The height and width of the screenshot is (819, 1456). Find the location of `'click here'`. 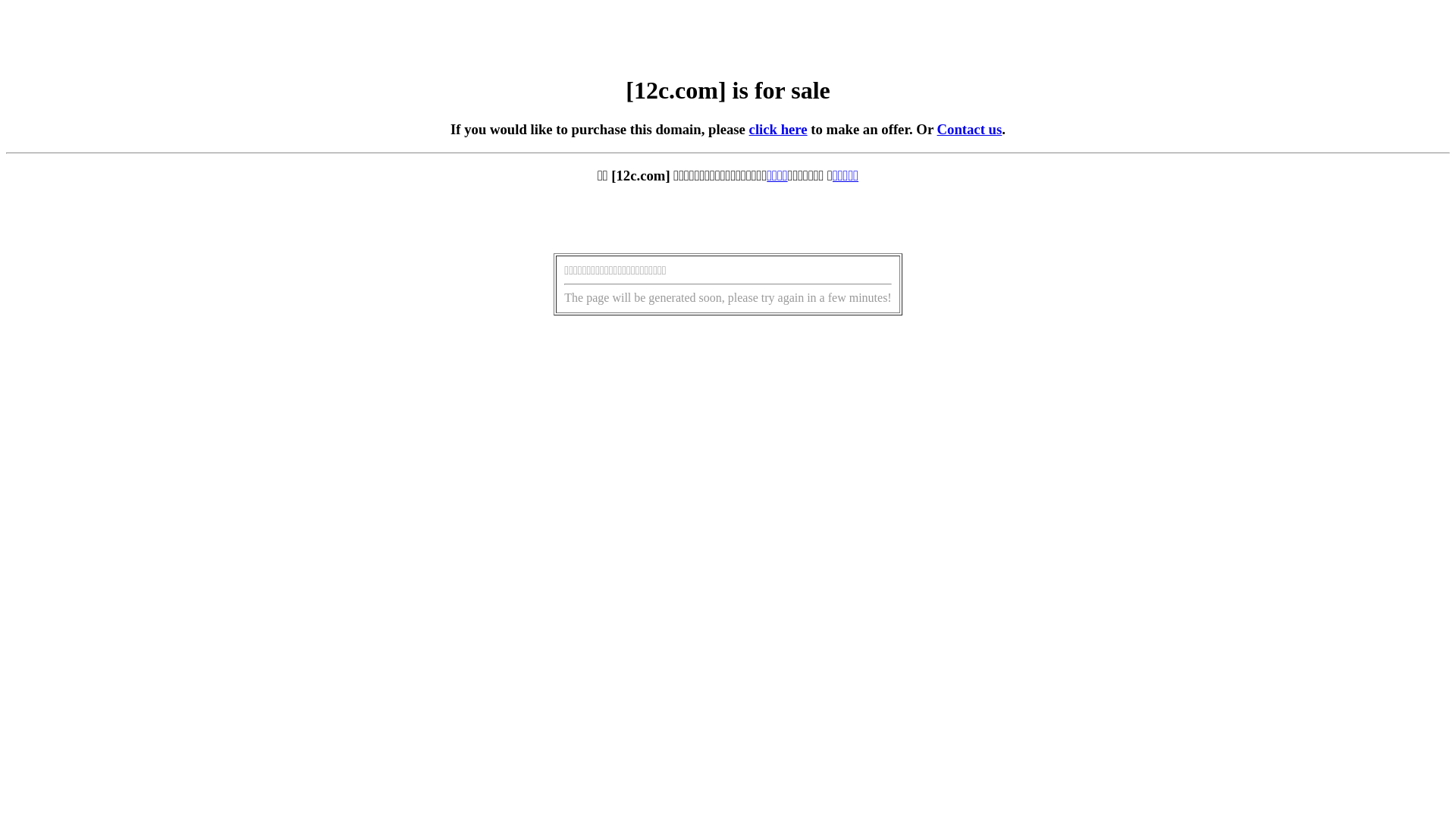

'click here' is located at coordinates (778, 128).